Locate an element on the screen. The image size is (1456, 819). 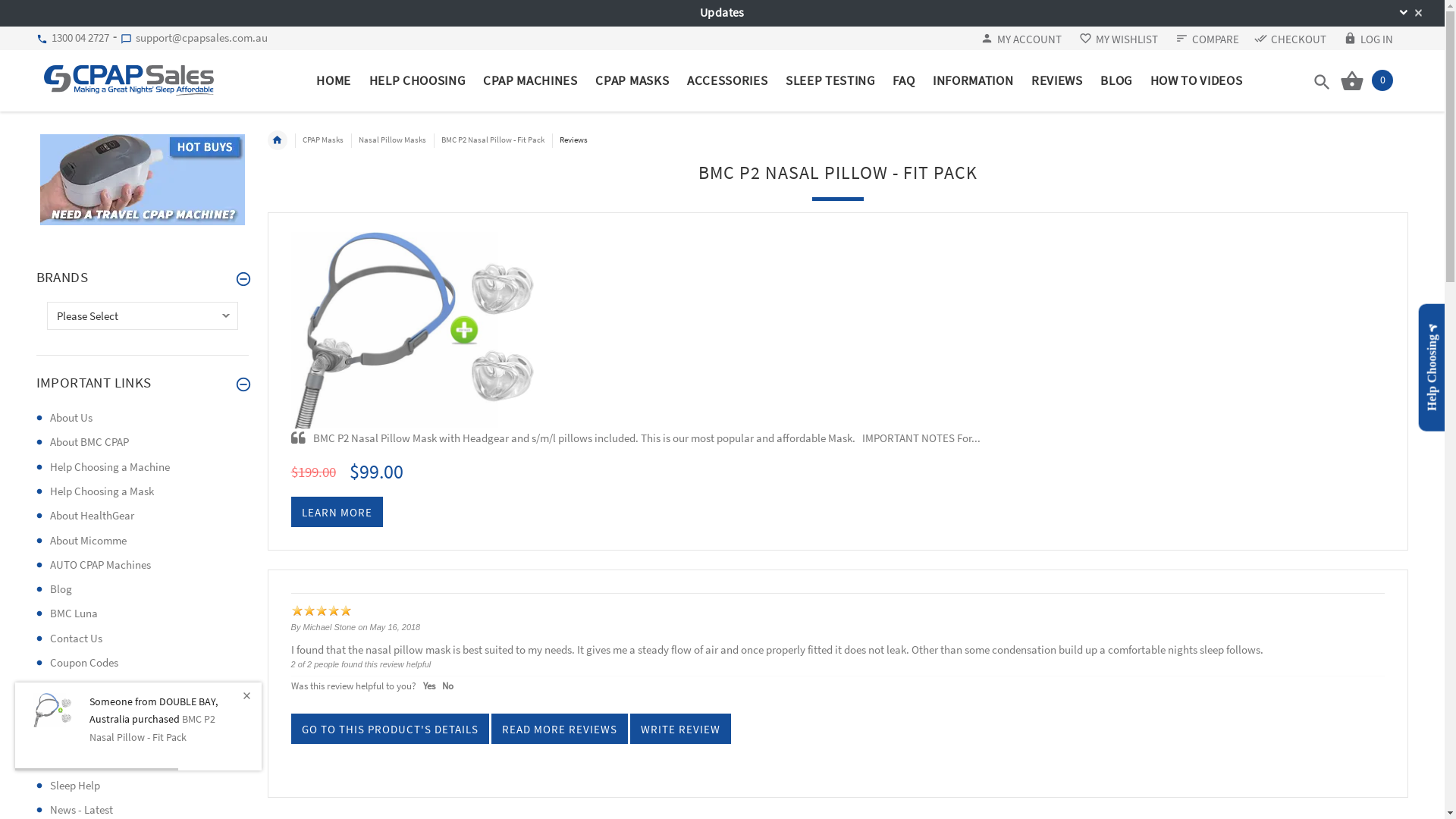
'Yes' is located at coordinates (428, 686).